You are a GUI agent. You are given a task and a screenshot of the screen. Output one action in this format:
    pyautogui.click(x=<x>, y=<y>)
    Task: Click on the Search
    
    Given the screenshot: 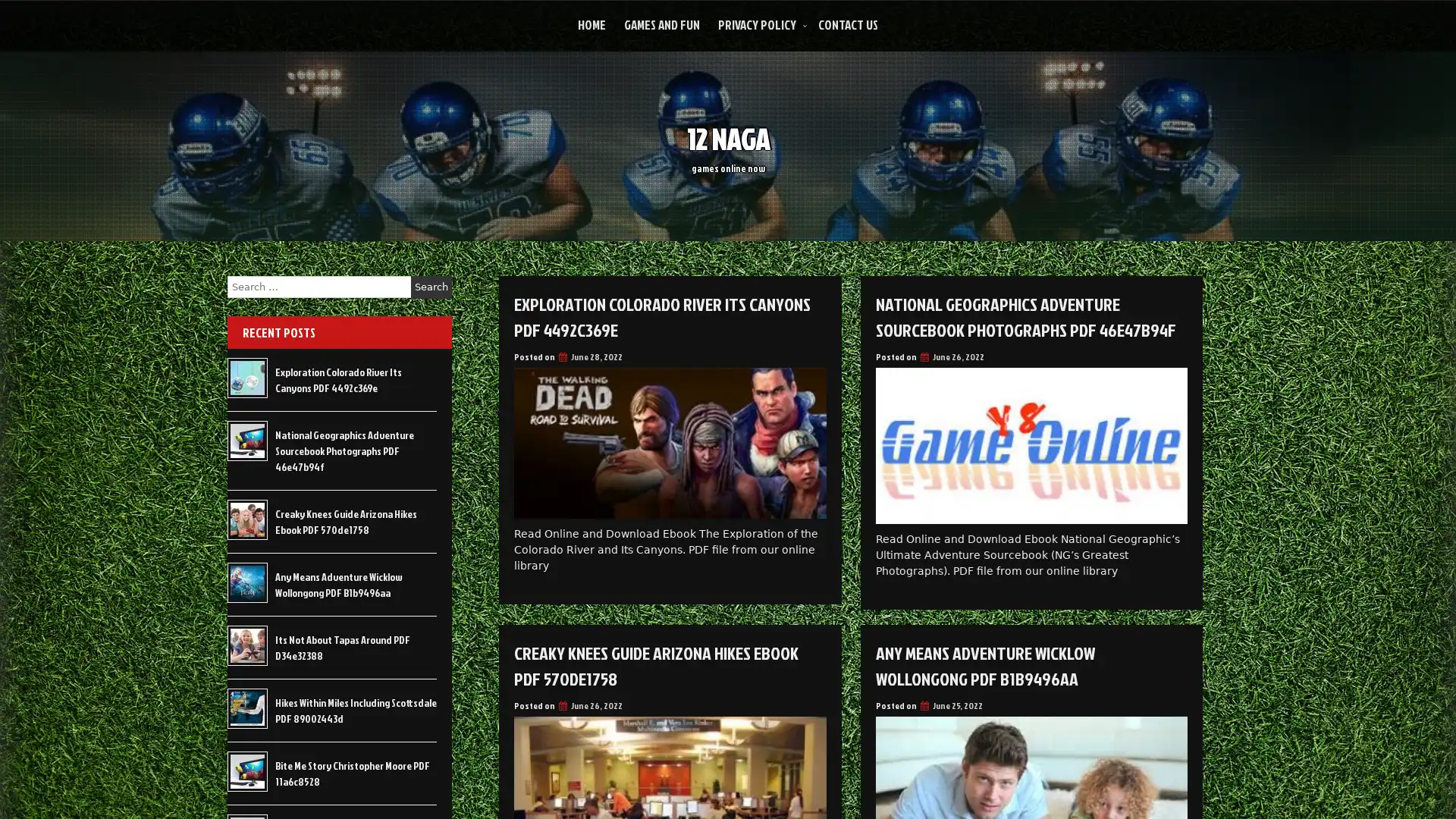 What is the action you would take?
    pyautogui.click(x=431, y=287)
    